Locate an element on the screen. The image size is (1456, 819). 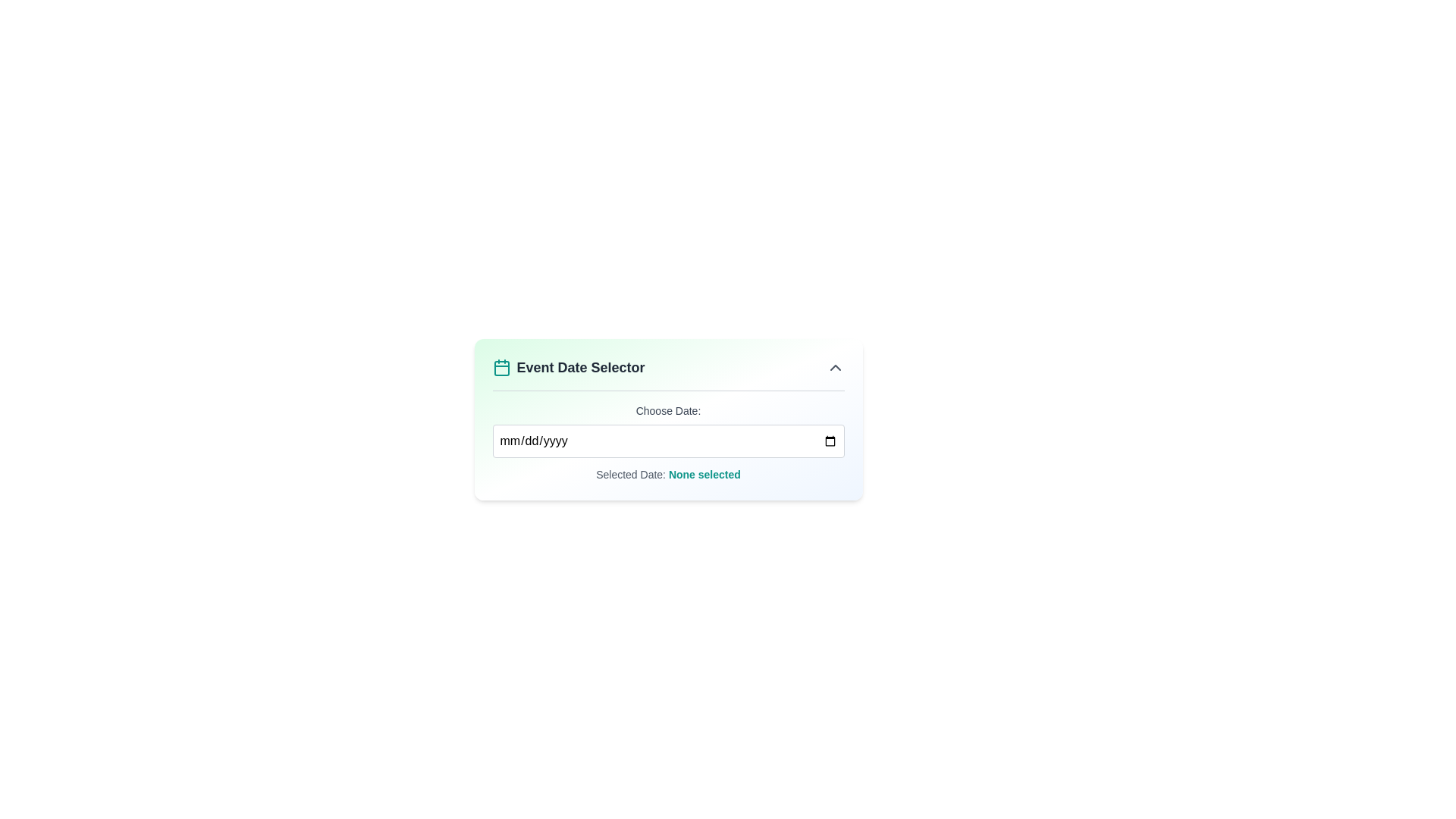
text display indicating the current state of date selection, which shows 'Selected Date: None selected' is located at coordinates (704, 473).